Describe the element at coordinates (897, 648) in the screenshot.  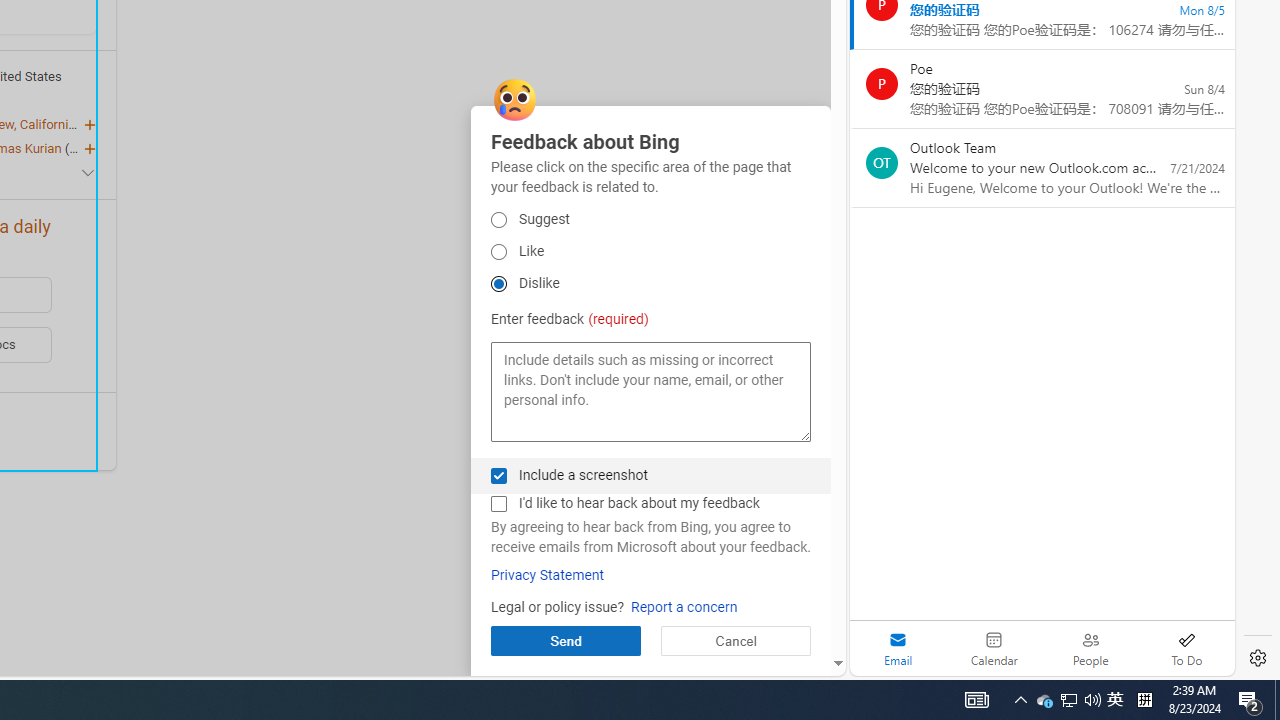
I see `'Selected mail module'` at that location.